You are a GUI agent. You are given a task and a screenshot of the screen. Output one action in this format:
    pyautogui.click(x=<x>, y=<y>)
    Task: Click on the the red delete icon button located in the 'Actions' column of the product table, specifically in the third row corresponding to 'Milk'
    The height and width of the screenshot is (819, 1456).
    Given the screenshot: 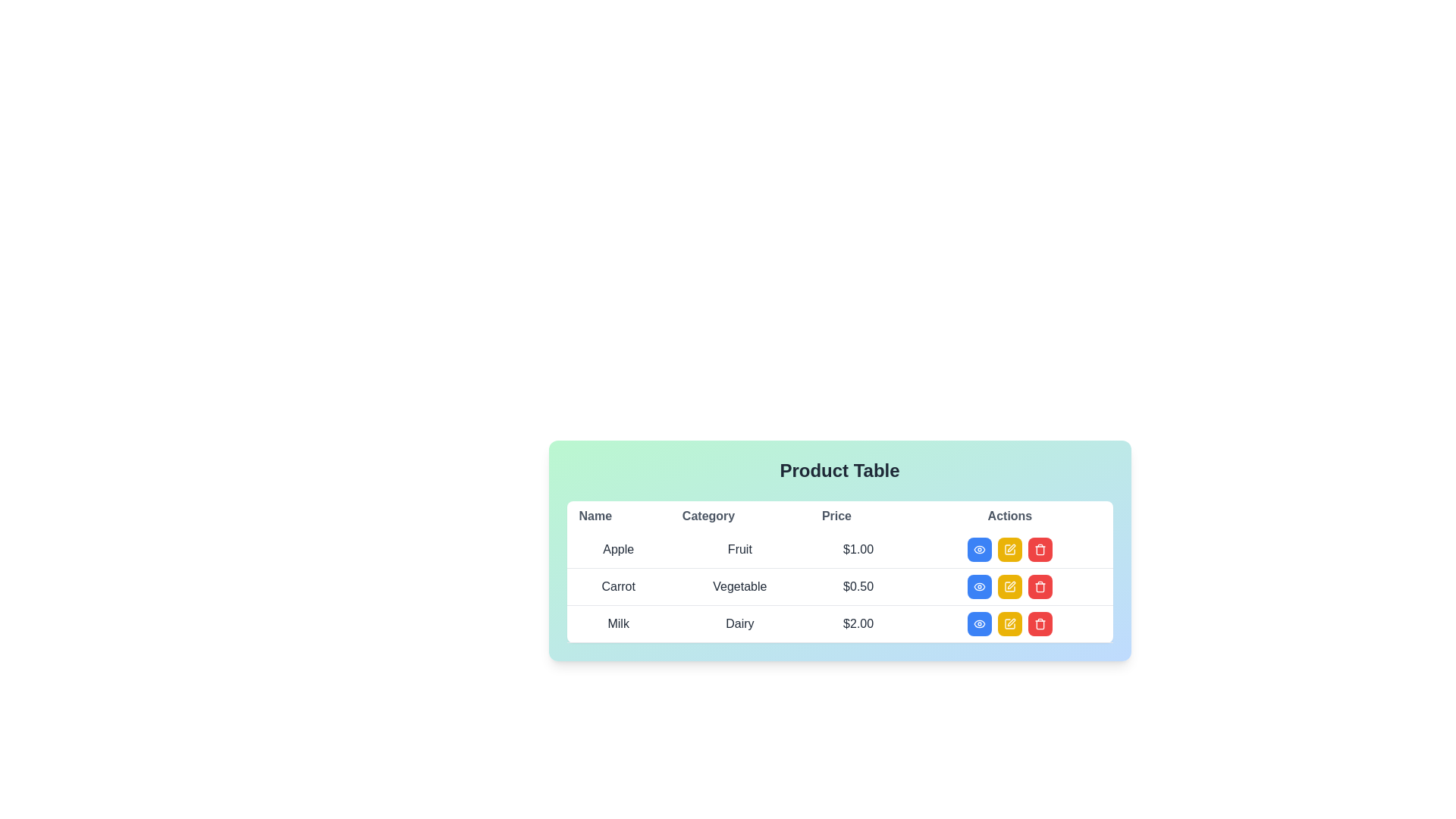 What is the action you would take?
    pyautogui.click(x=1039, y=550)
    